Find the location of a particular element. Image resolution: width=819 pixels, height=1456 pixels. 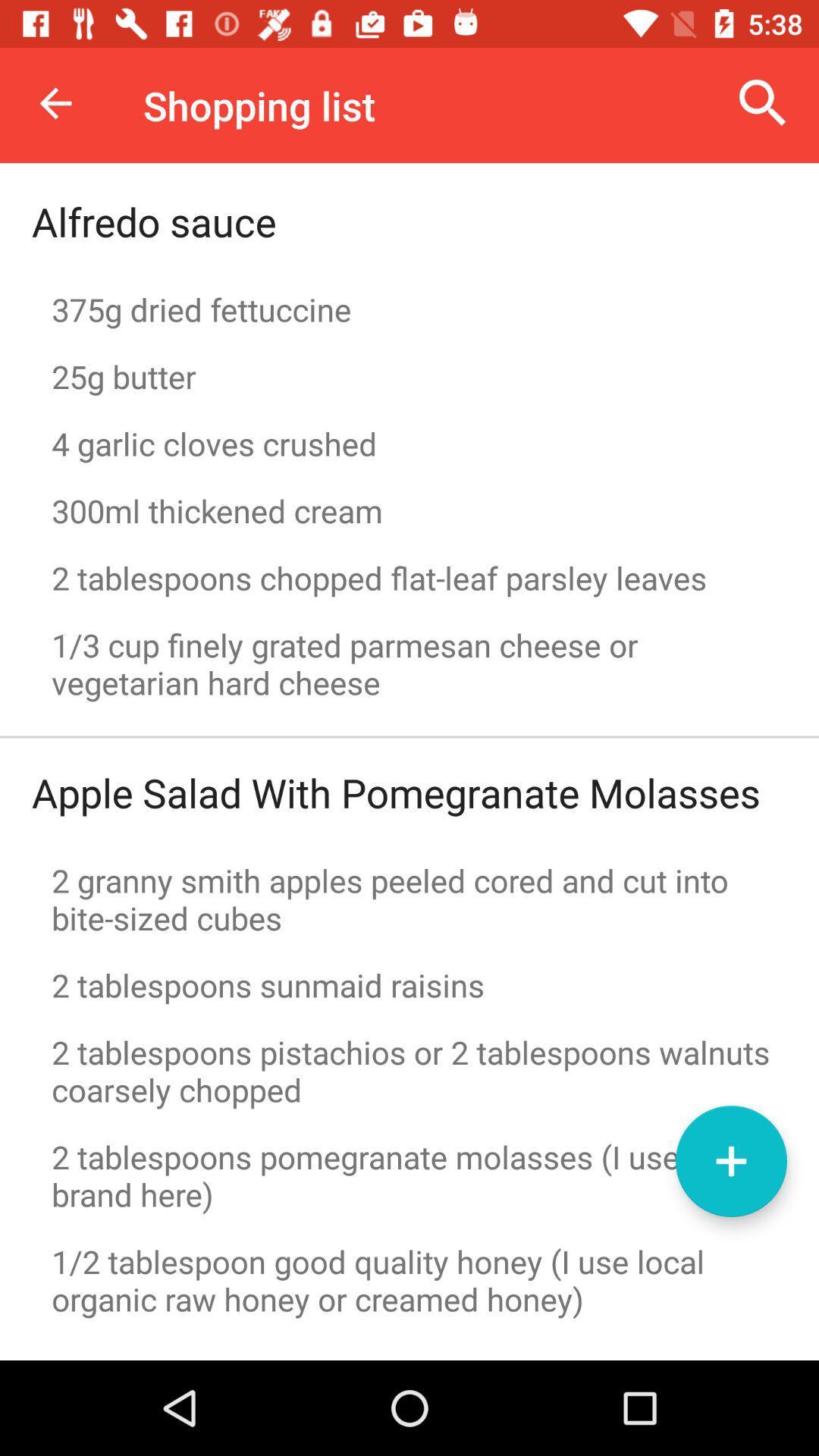

the icon above the 300ml thickened cream item is located at coordinates (409, 443).